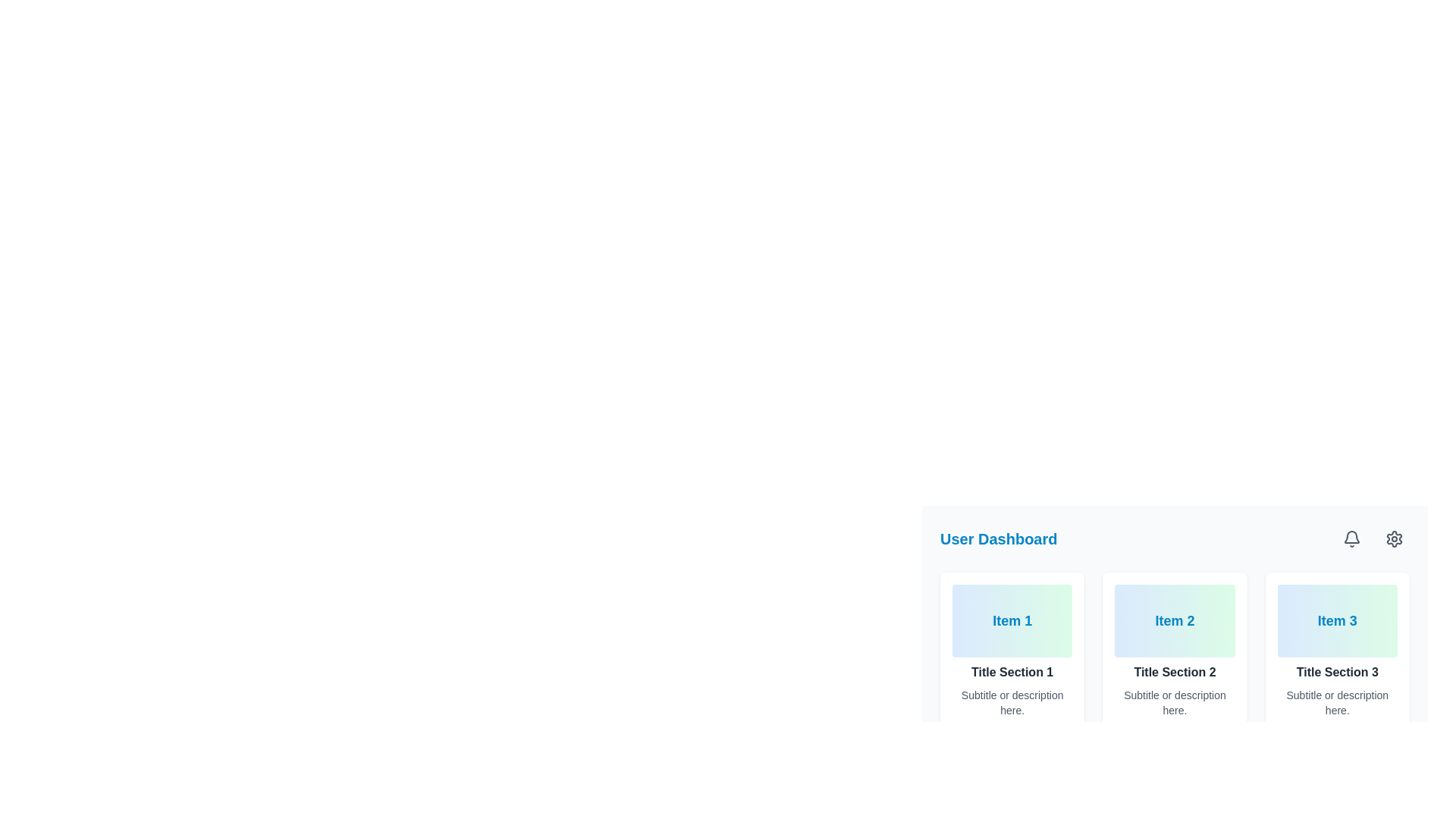 This screenshot has height=819, width=1456. I want to click on the settings icon located at the top-right corner of the interface, so click(1394, 538).